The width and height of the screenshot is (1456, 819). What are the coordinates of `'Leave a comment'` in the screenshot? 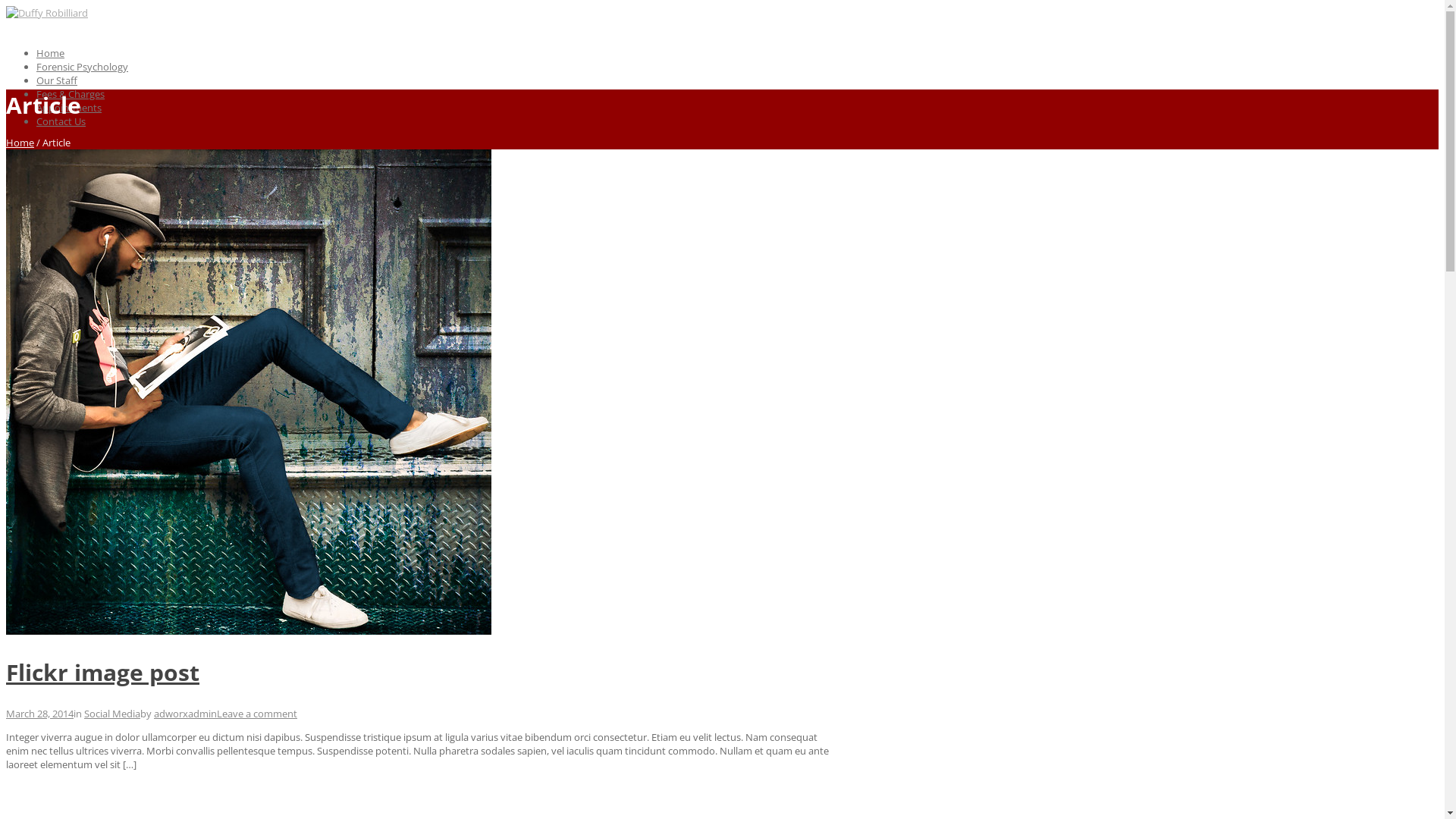 It's located at (257, 714).